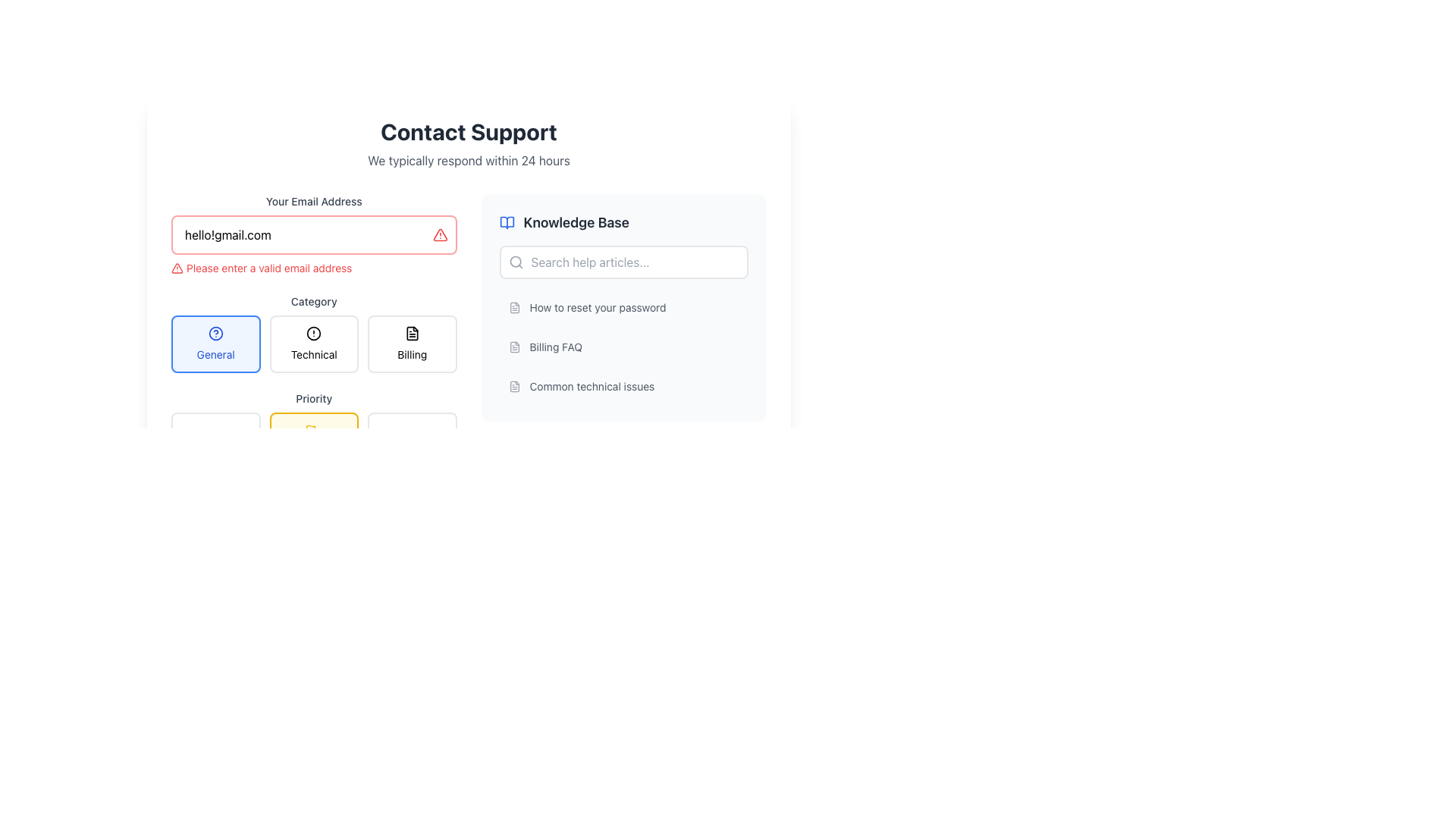 The height and width of the screenshot is (819, 1456). What do you see at coordinates (313, 397) in the screenshot?
I see `the text label displaying 'Priority', which is styled in gray and positioned above the buttons labeled 'Low', 'Medium', and 'High'` at bounding box center [313, 397].